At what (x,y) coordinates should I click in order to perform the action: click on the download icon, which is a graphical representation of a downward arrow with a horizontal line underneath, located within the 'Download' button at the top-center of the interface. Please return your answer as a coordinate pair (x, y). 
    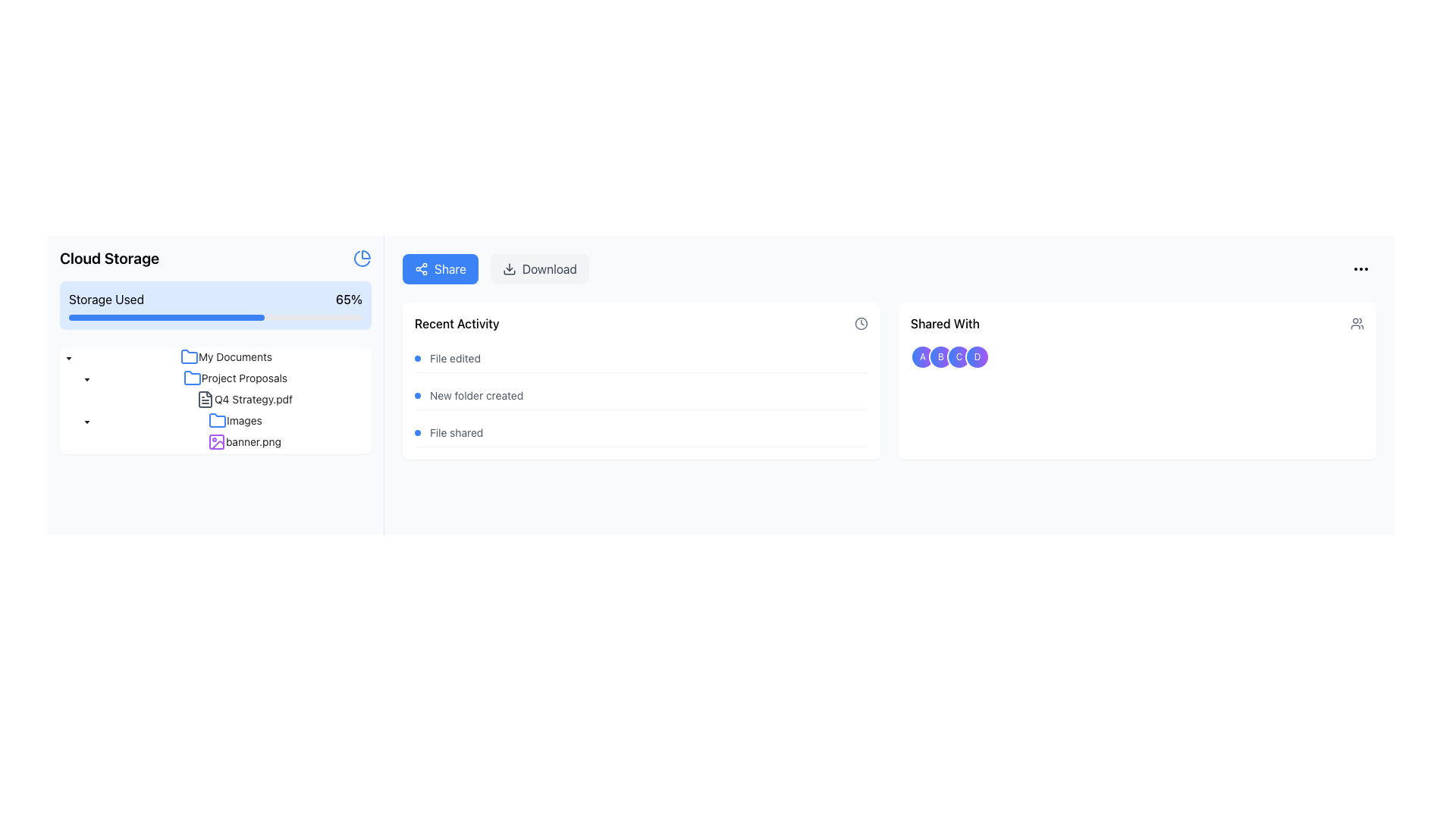
    Looking at the image, I should click on (509, 268).